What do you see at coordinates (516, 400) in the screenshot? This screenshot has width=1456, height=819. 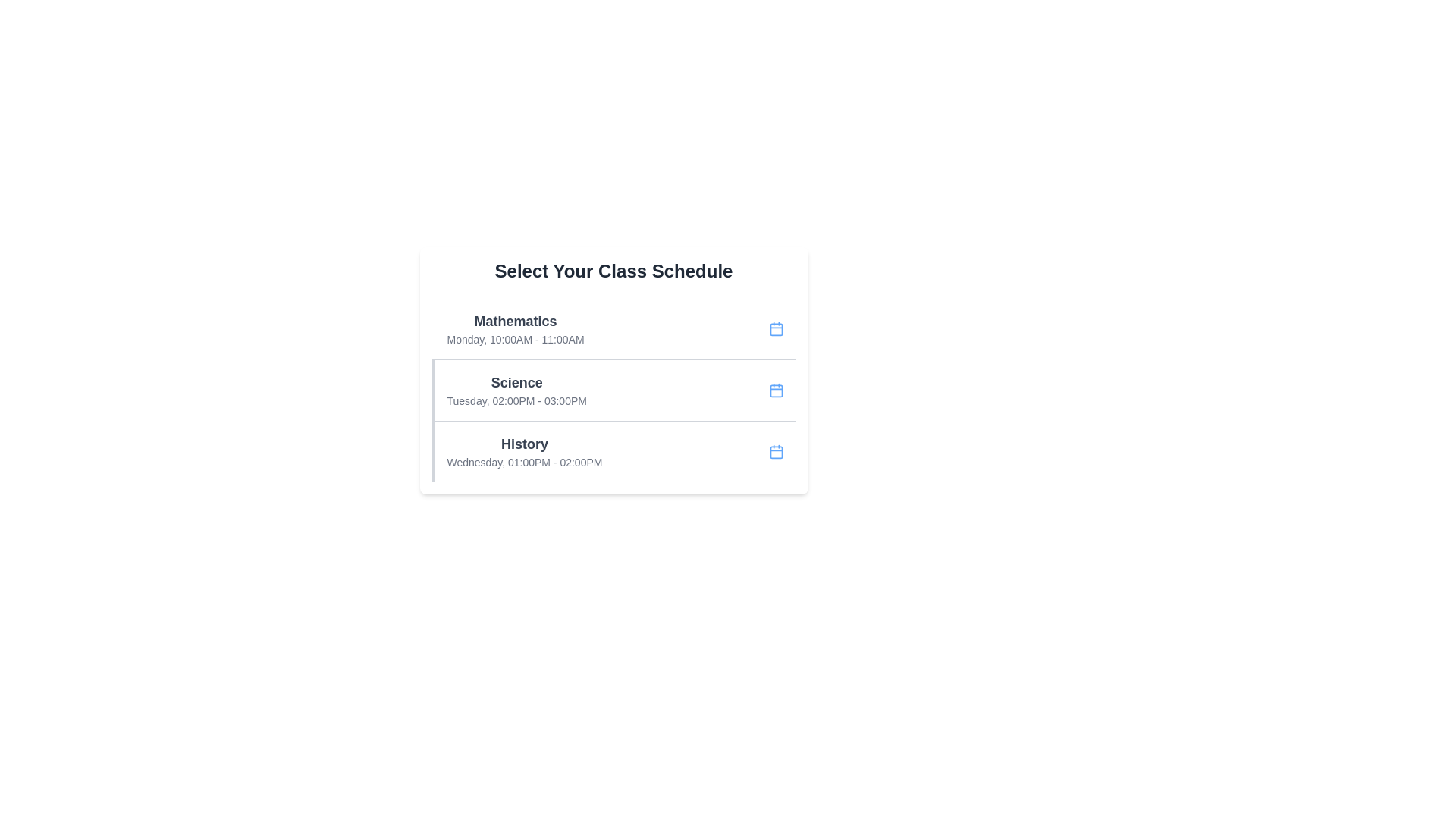 I see `the text label displaying schedule information that shows 'Tuesday, 02:00PM - 03:00PM', which is a secondary information label located below the 'Science' heading` at bounding box center [516, 400].